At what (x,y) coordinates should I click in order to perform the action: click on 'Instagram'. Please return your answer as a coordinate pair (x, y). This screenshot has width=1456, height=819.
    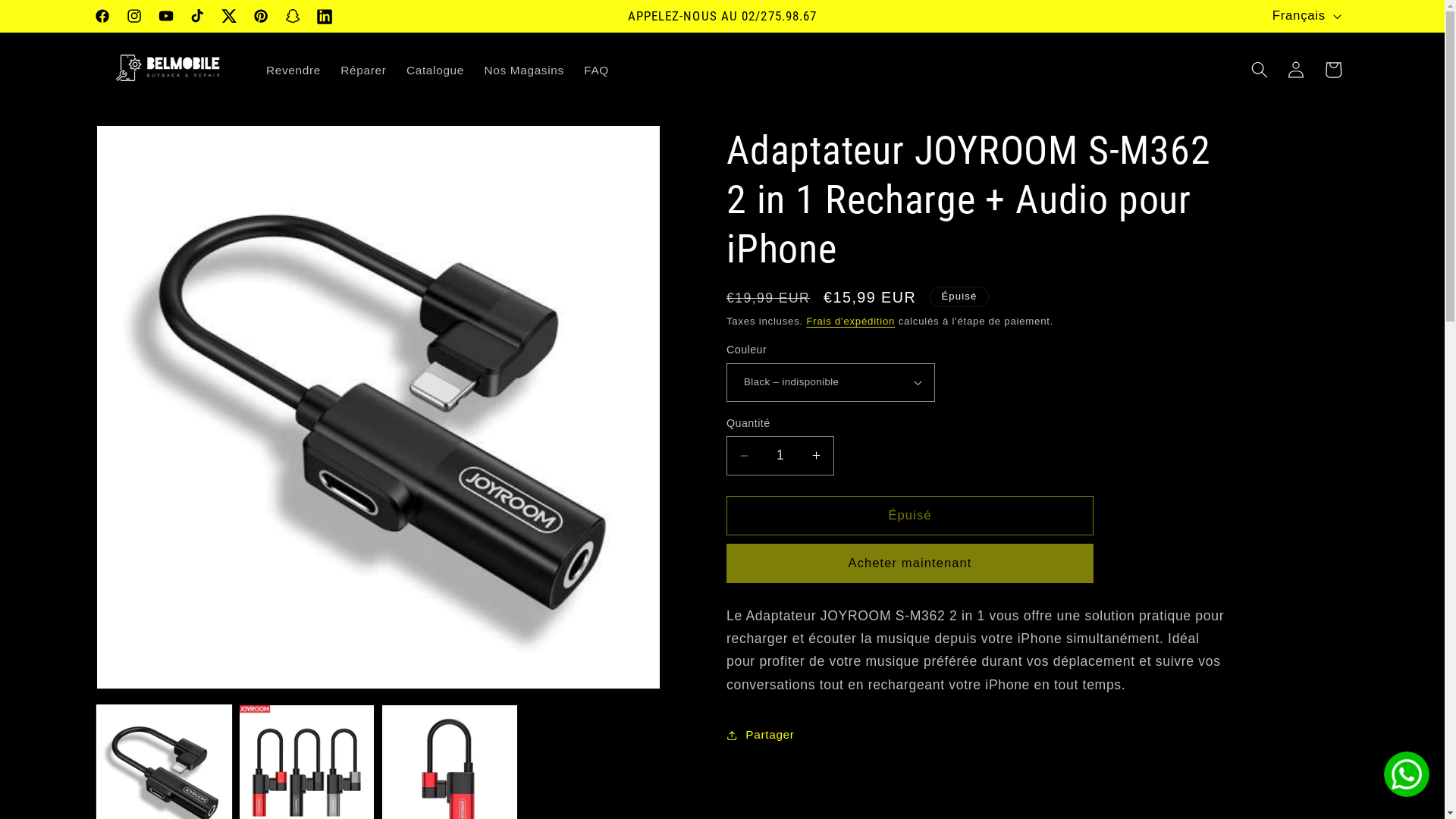
    Looking at the image, I should click on (134, 17).